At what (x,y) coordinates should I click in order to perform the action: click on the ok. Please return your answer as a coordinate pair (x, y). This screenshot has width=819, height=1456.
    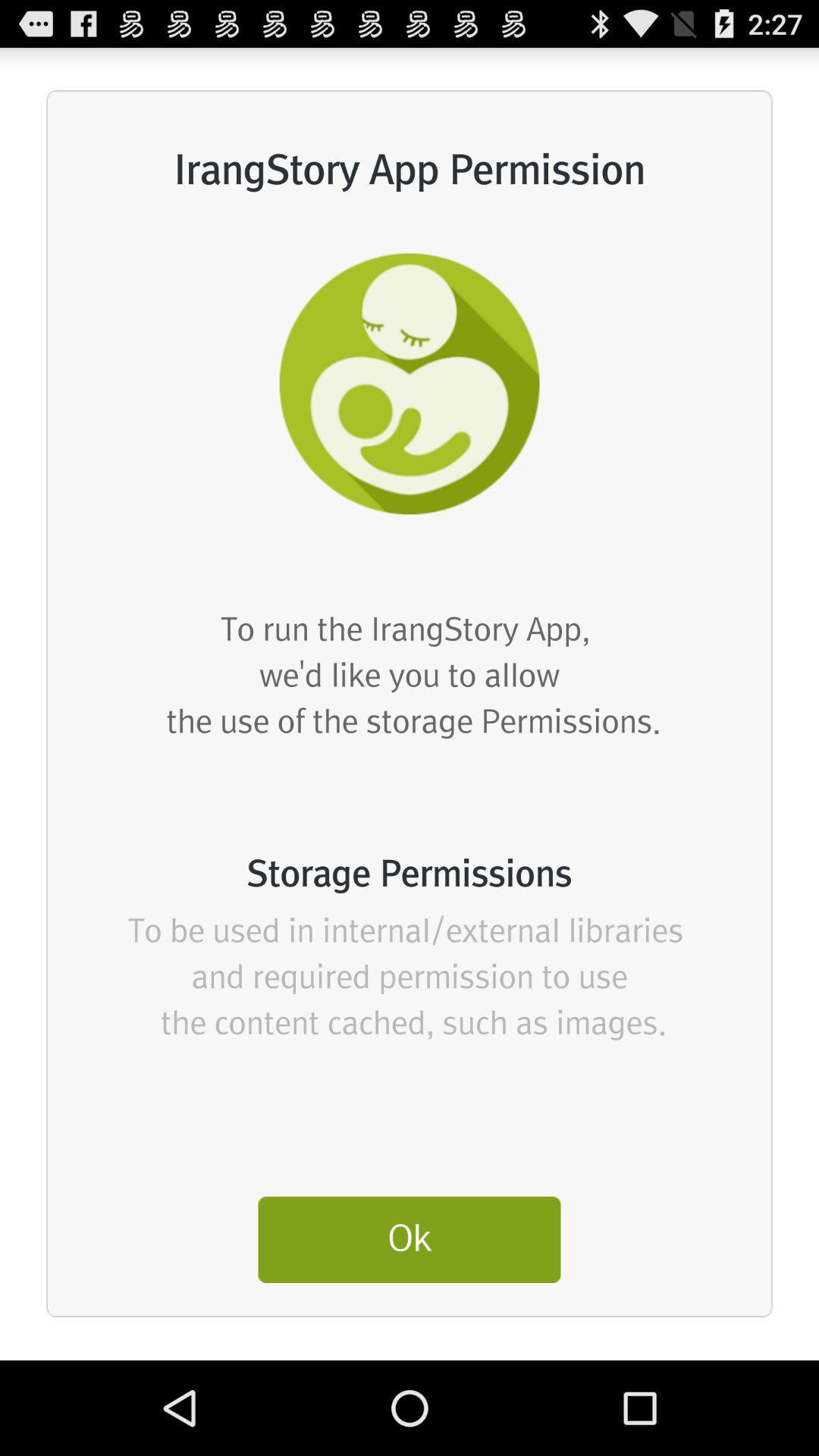
    Looking at the image, I should click on (409, 1240).